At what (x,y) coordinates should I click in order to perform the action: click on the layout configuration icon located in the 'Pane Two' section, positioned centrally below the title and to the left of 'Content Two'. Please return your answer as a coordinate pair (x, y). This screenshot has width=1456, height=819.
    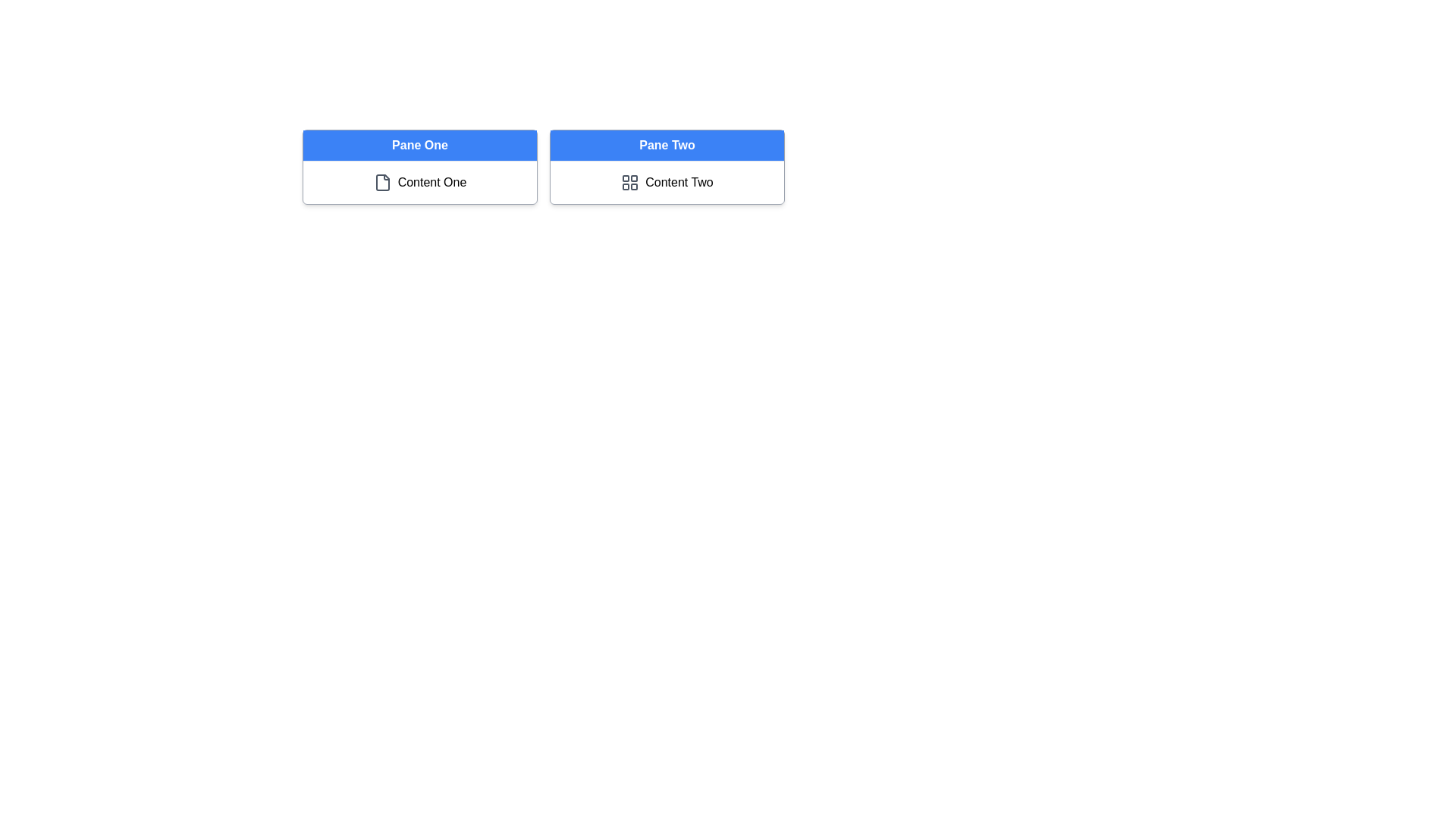
    Looking at the image, I should click on (630, 181).